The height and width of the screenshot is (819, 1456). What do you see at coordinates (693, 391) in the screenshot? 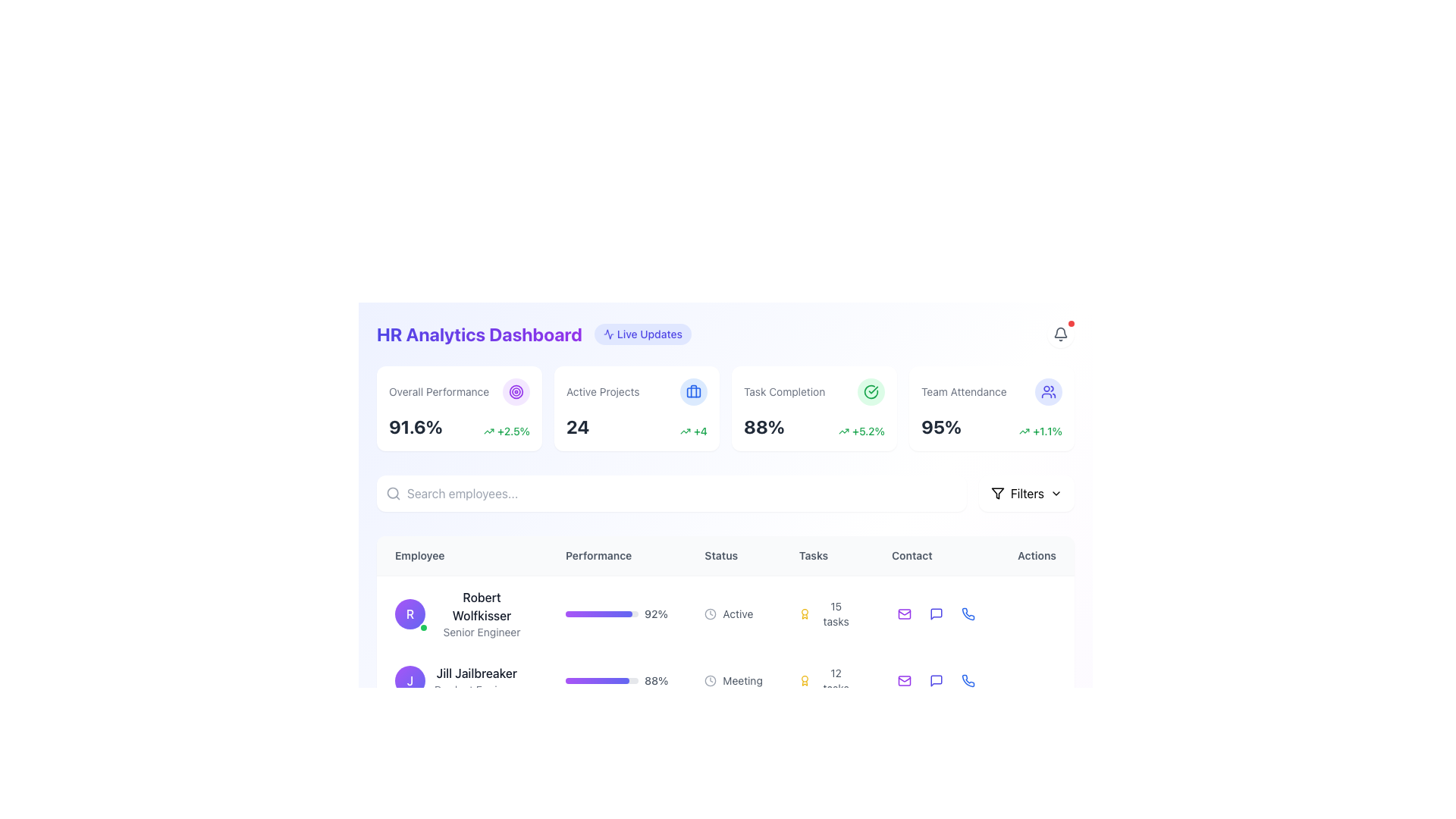
I see `the rectangle with rounded corners that is part of the briefcase icon located in the top-right corner of the interface` at bounding box center [693, 391].